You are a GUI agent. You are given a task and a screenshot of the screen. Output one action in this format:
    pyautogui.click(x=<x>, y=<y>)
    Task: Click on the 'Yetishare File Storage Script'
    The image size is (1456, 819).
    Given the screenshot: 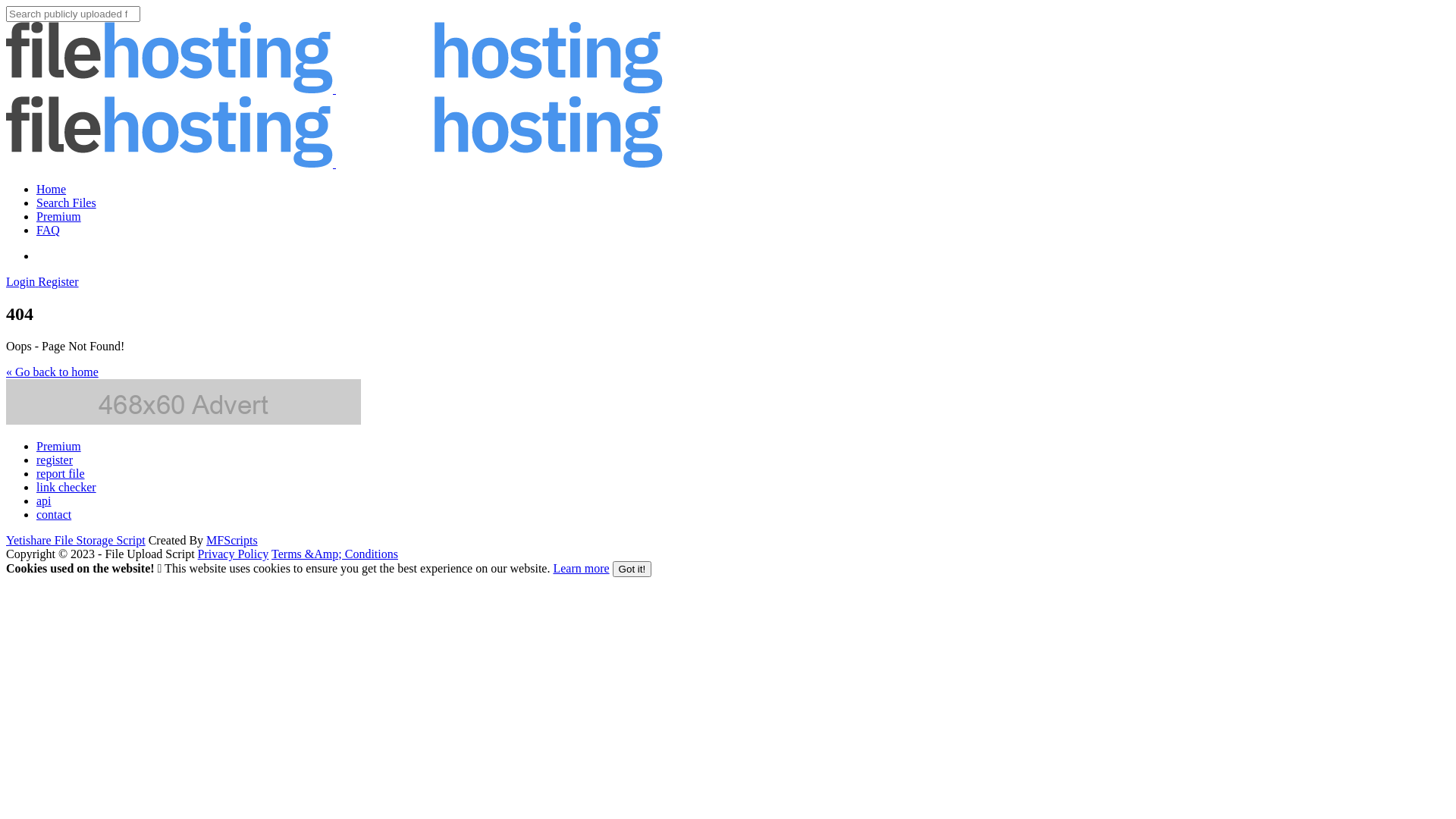 What is the action you would take?
    pyautogui.click(x=75, y=539)
    